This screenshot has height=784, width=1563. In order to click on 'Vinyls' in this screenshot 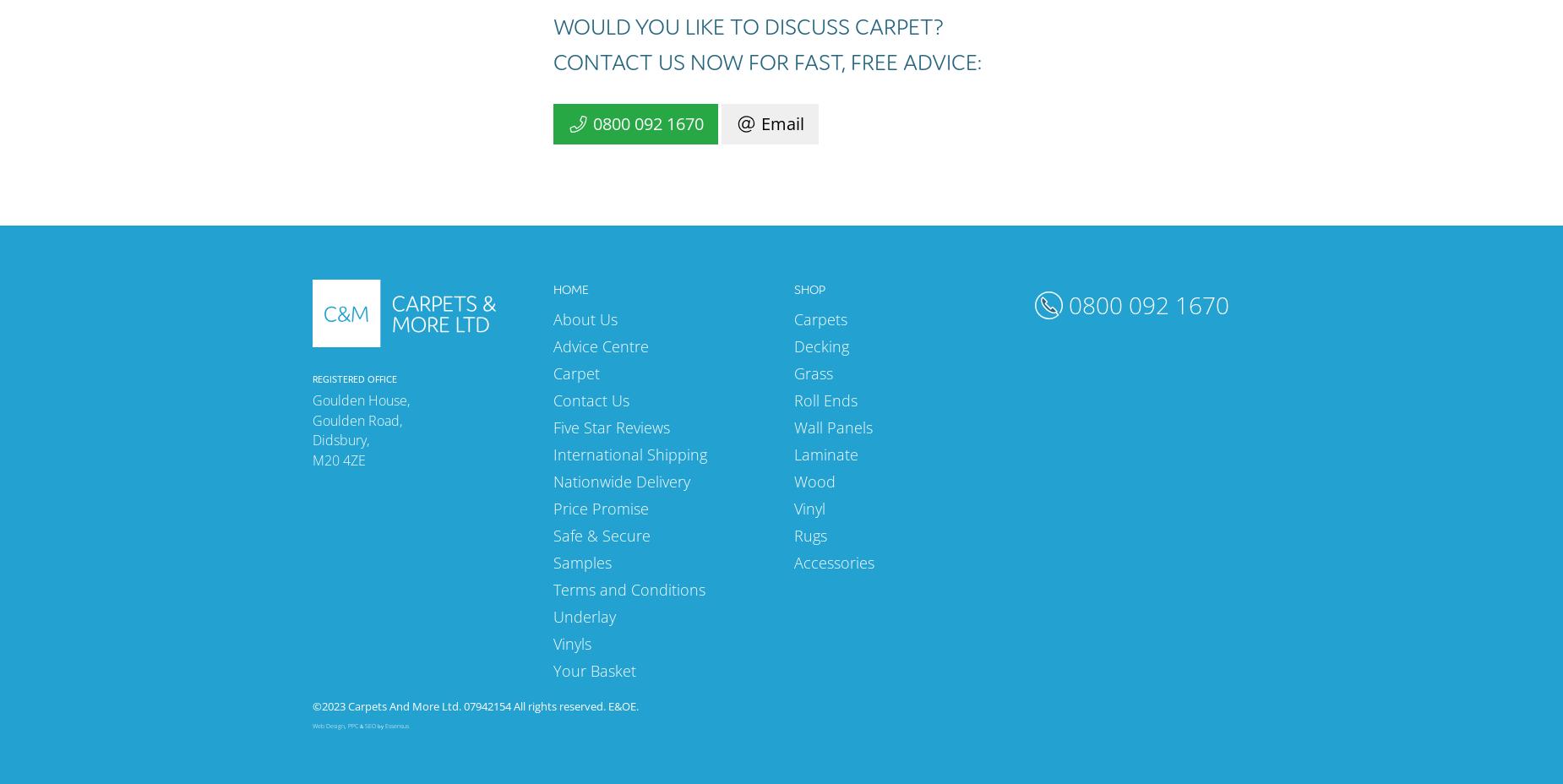, I will do `click(572, 641)`.